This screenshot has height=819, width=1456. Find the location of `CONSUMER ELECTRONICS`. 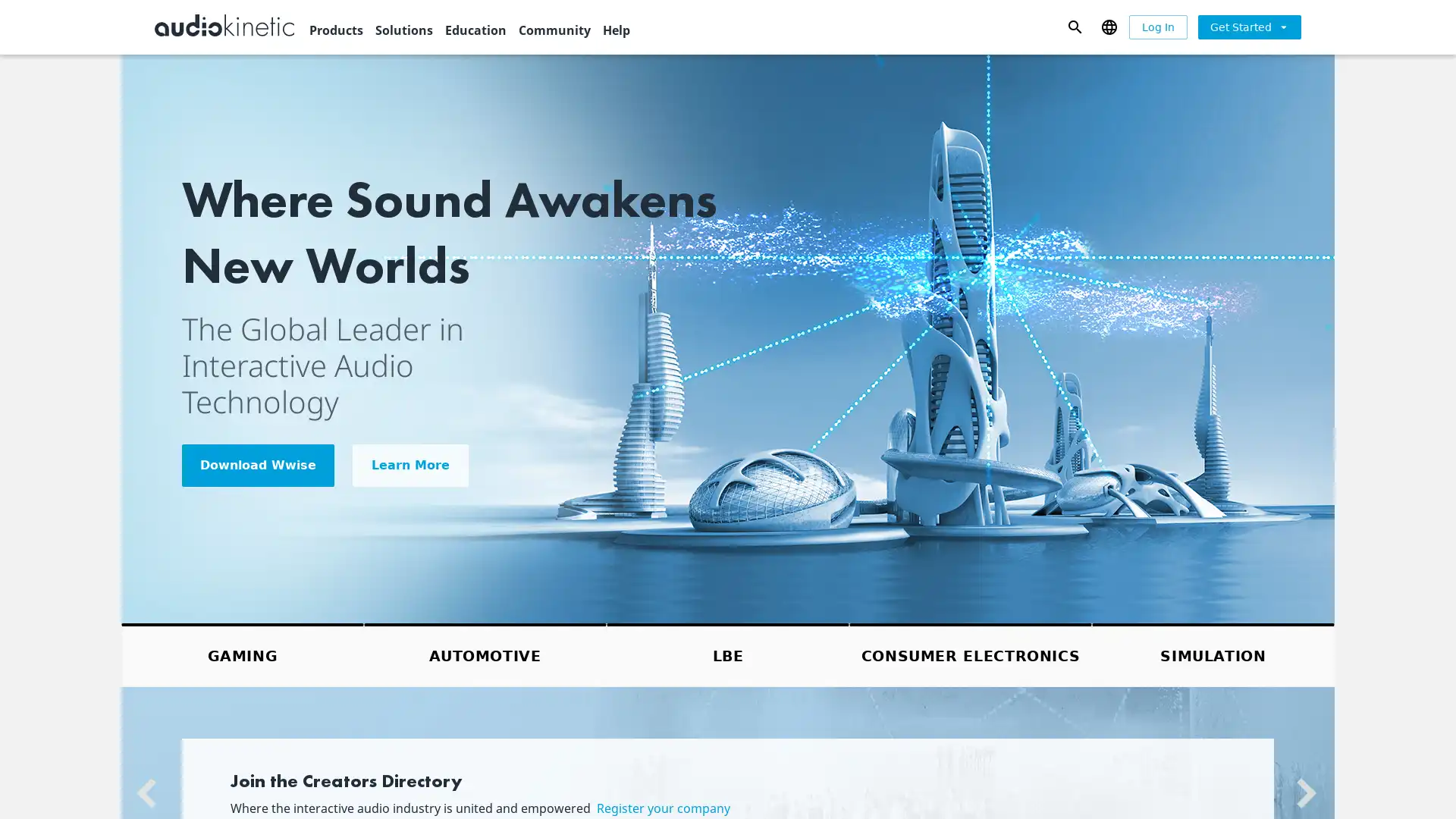

CONSUMER ELECTRONICS is located at coordinates (971, 654).